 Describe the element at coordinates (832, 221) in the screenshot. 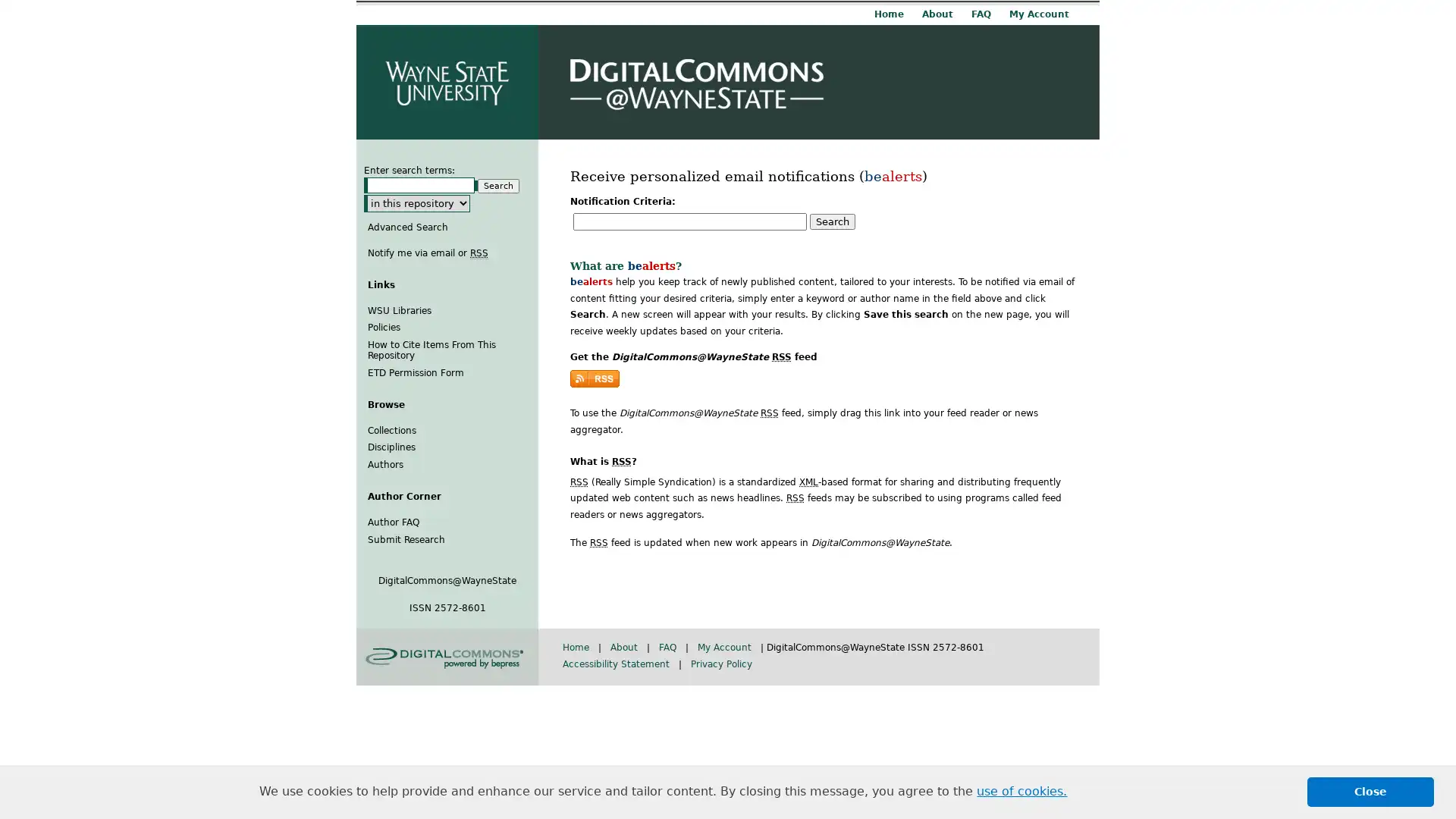

I see `Search` at that location.